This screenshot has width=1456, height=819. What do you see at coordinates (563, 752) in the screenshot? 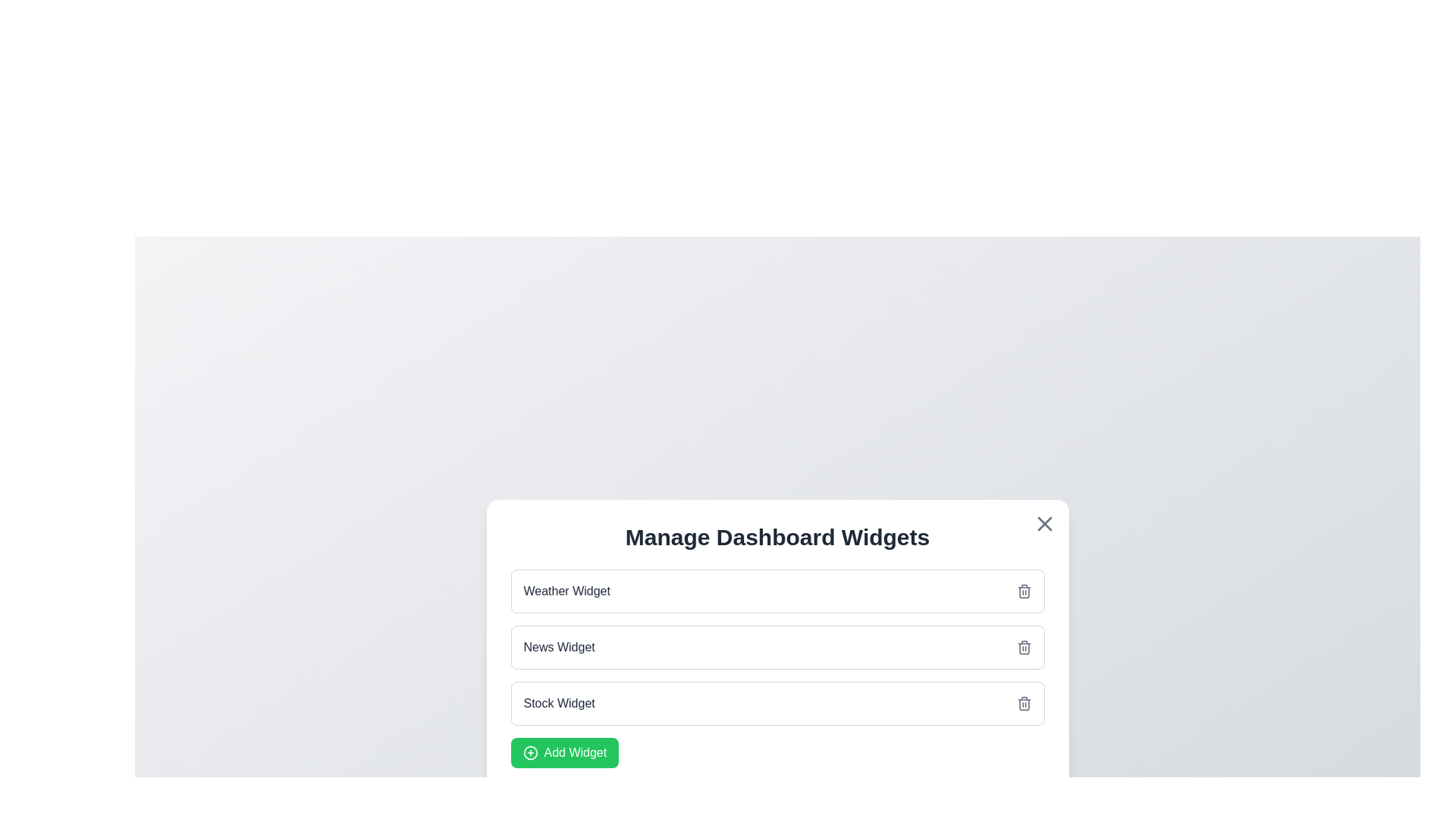
I see `the interactive element Add Widget to observe any tooltip or effect` at bounding box center [563, 752].